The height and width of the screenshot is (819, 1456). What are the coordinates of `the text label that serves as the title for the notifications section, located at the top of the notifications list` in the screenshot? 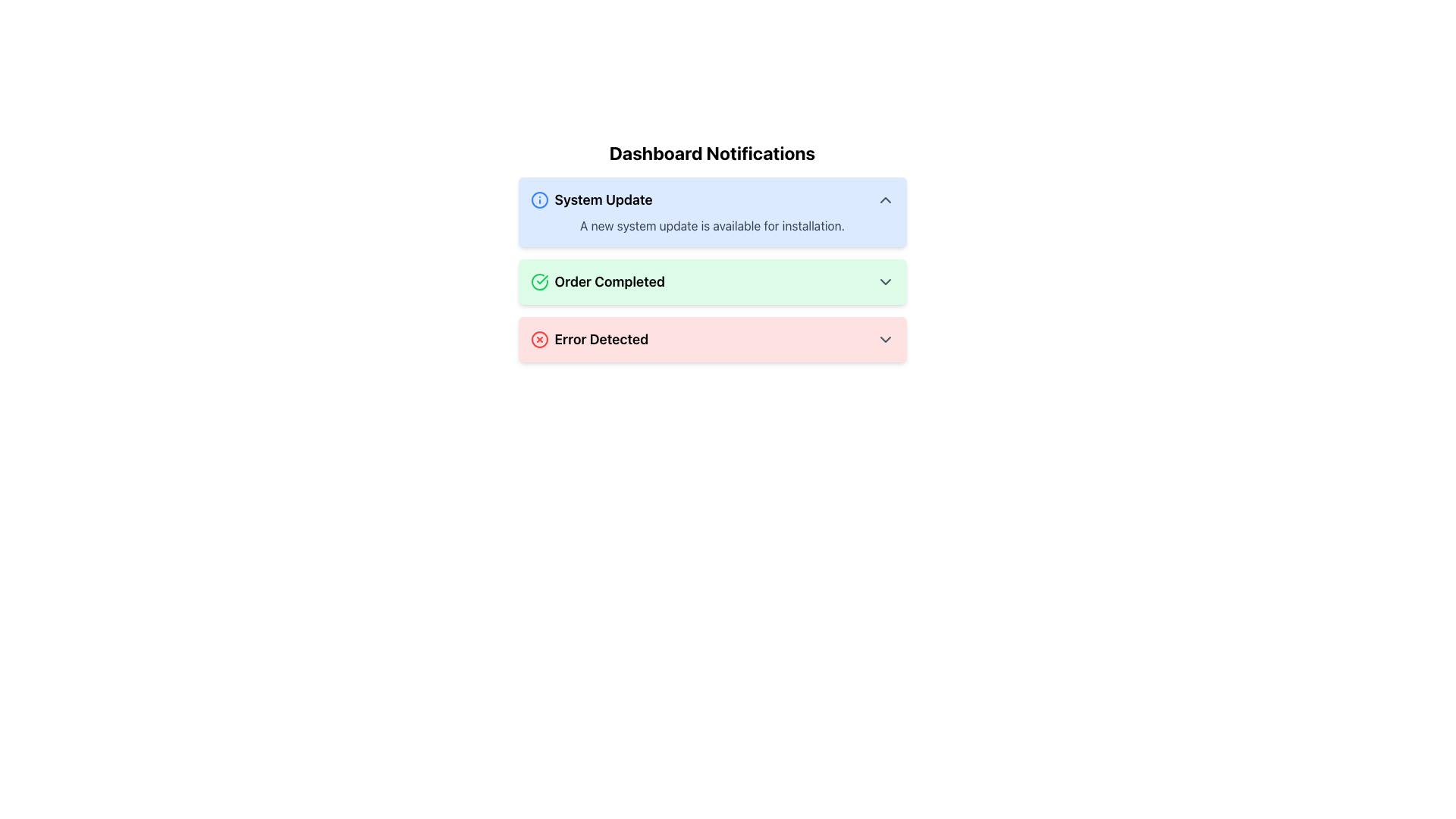 It's located at (711, 152).